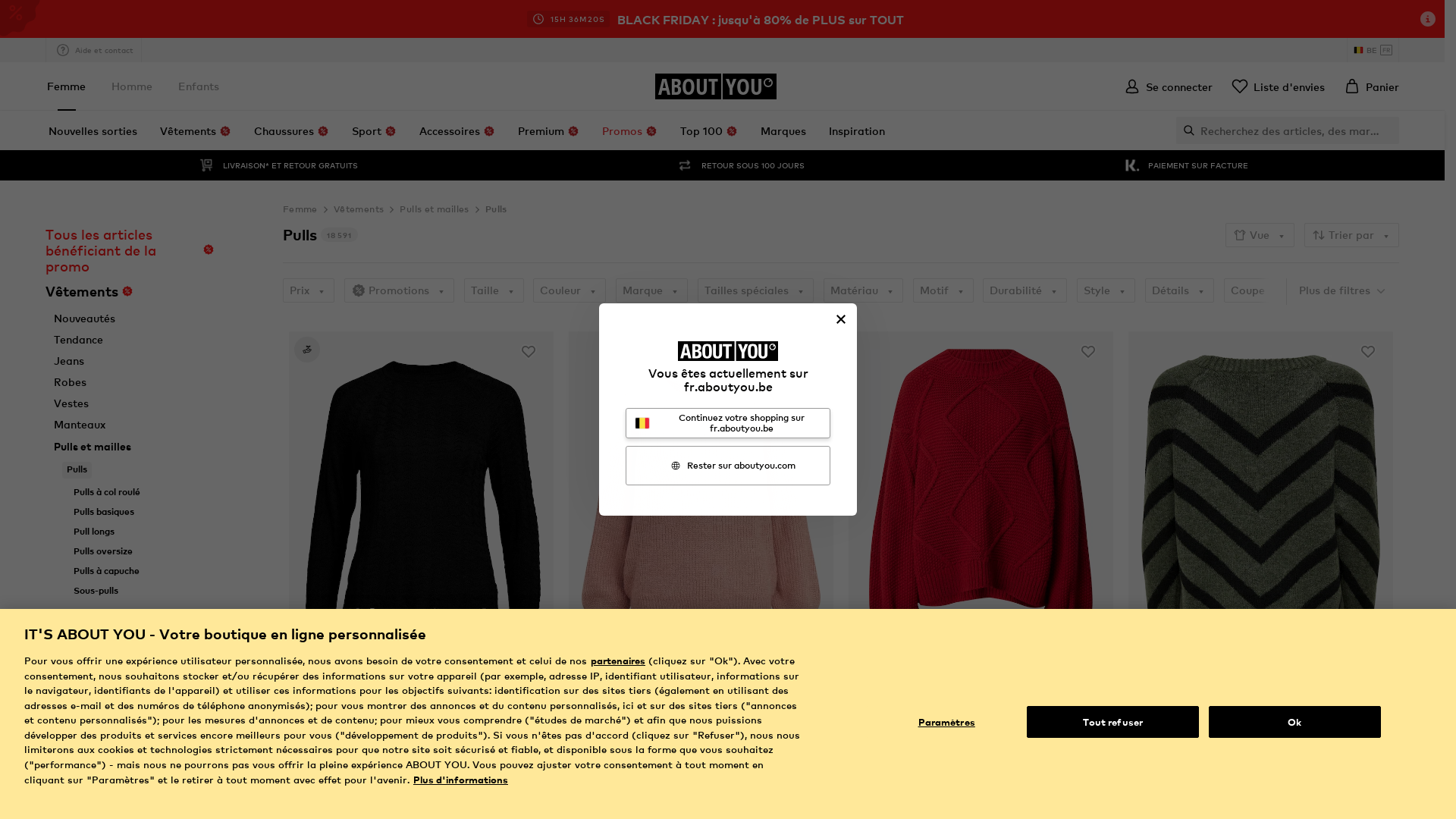 Image resolution: width=1456 pixels, height=819 pixels. I want to click on 'PAIEMENT SUR FACTURE', so click(1185, 165).